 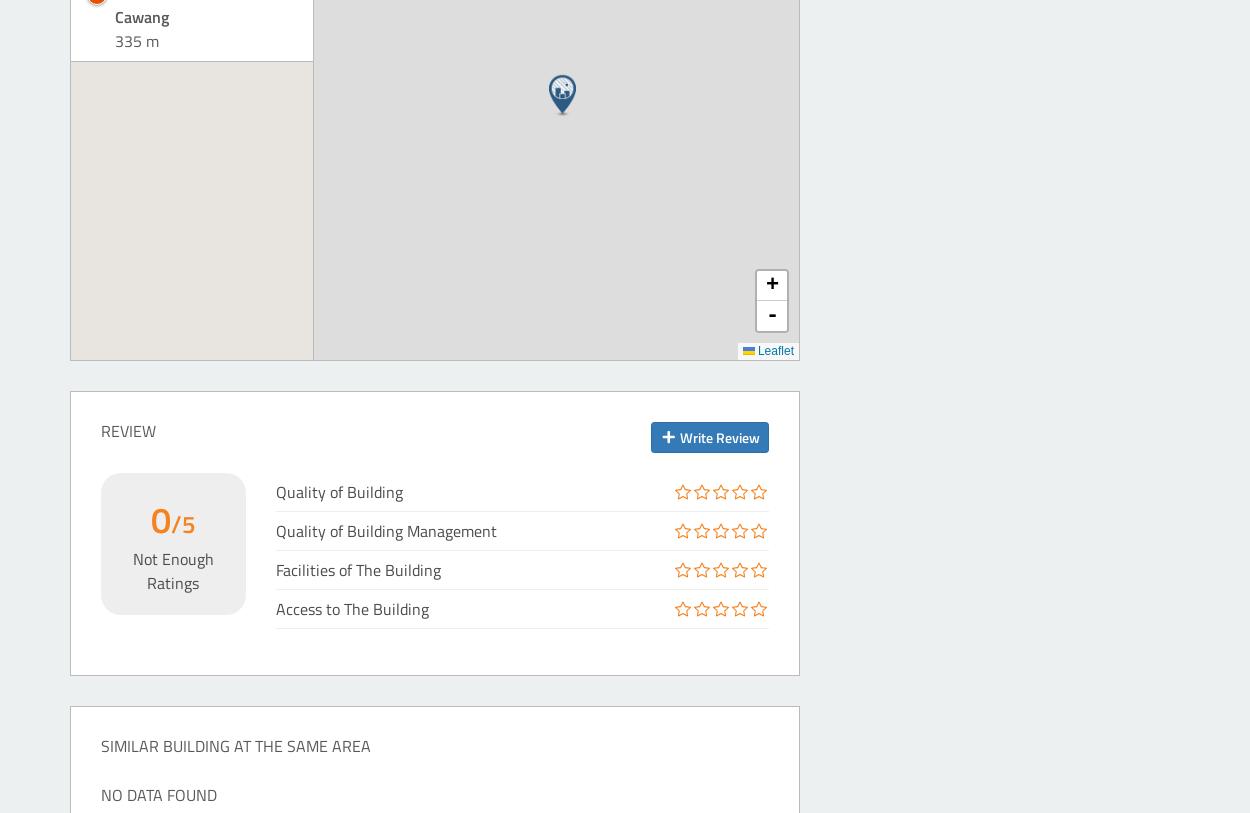 What do you see at coordinates (337, 490) in the screenshot?
I see `'Quality of Building'` at bounding box center [337, 490].